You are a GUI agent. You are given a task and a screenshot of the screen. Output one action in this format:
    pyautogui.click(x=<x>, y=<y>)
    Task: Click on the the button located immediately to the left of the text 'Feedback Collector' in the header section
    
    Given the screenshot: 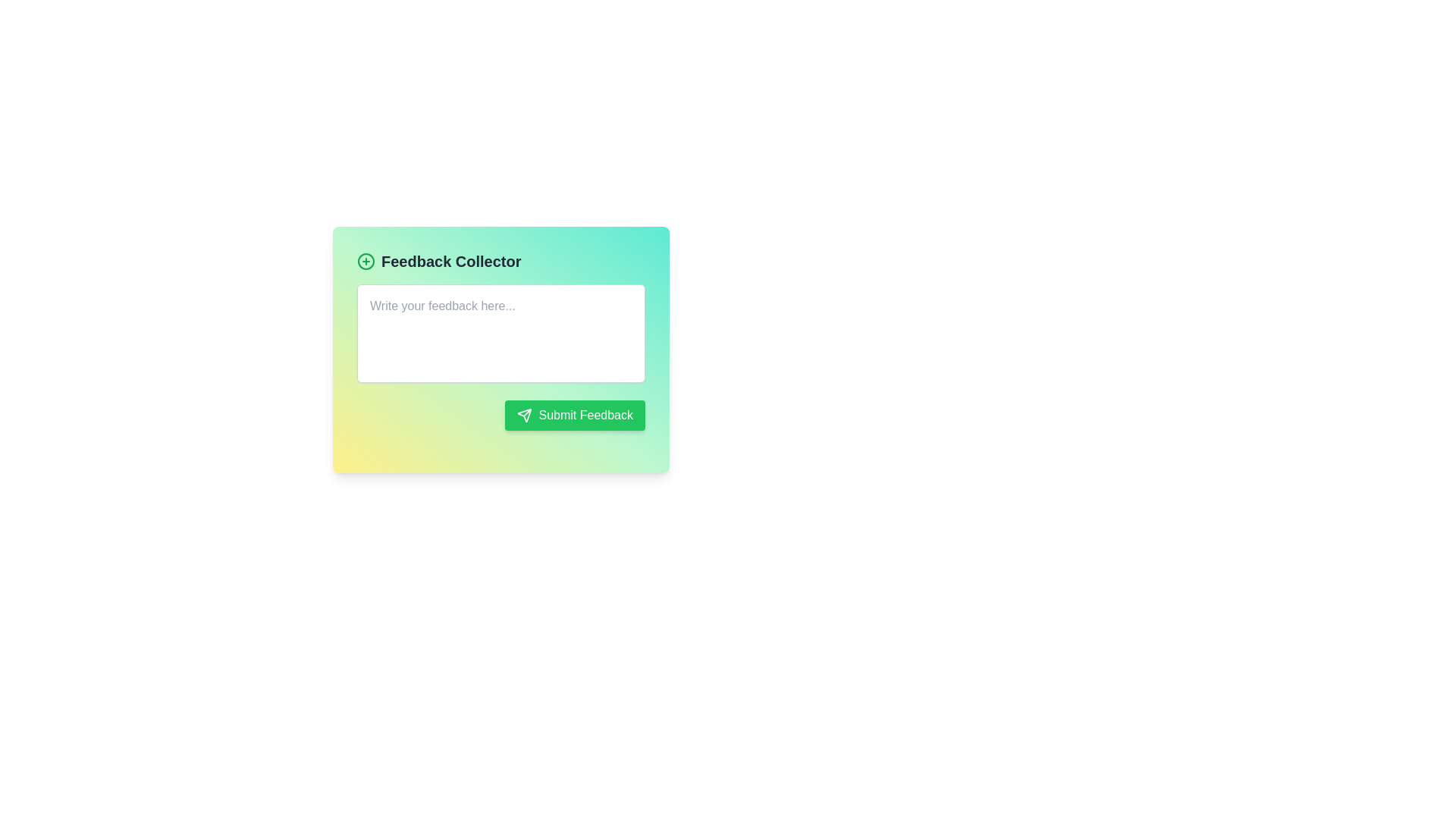 What is the action you would take?
    pyautogui.click(x=366, y=260)
    